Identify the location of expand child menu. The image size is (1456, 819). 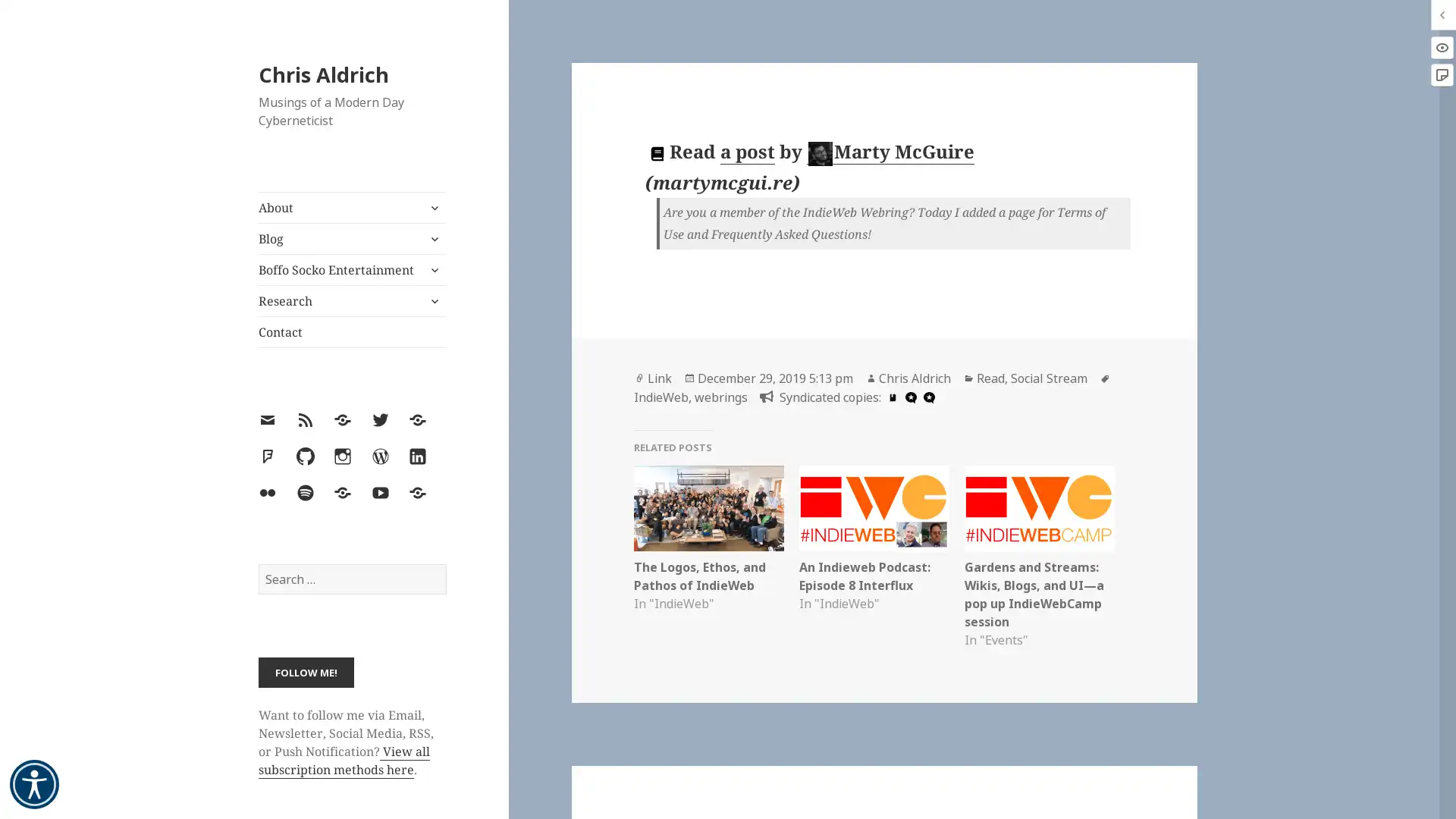
(432, 207).